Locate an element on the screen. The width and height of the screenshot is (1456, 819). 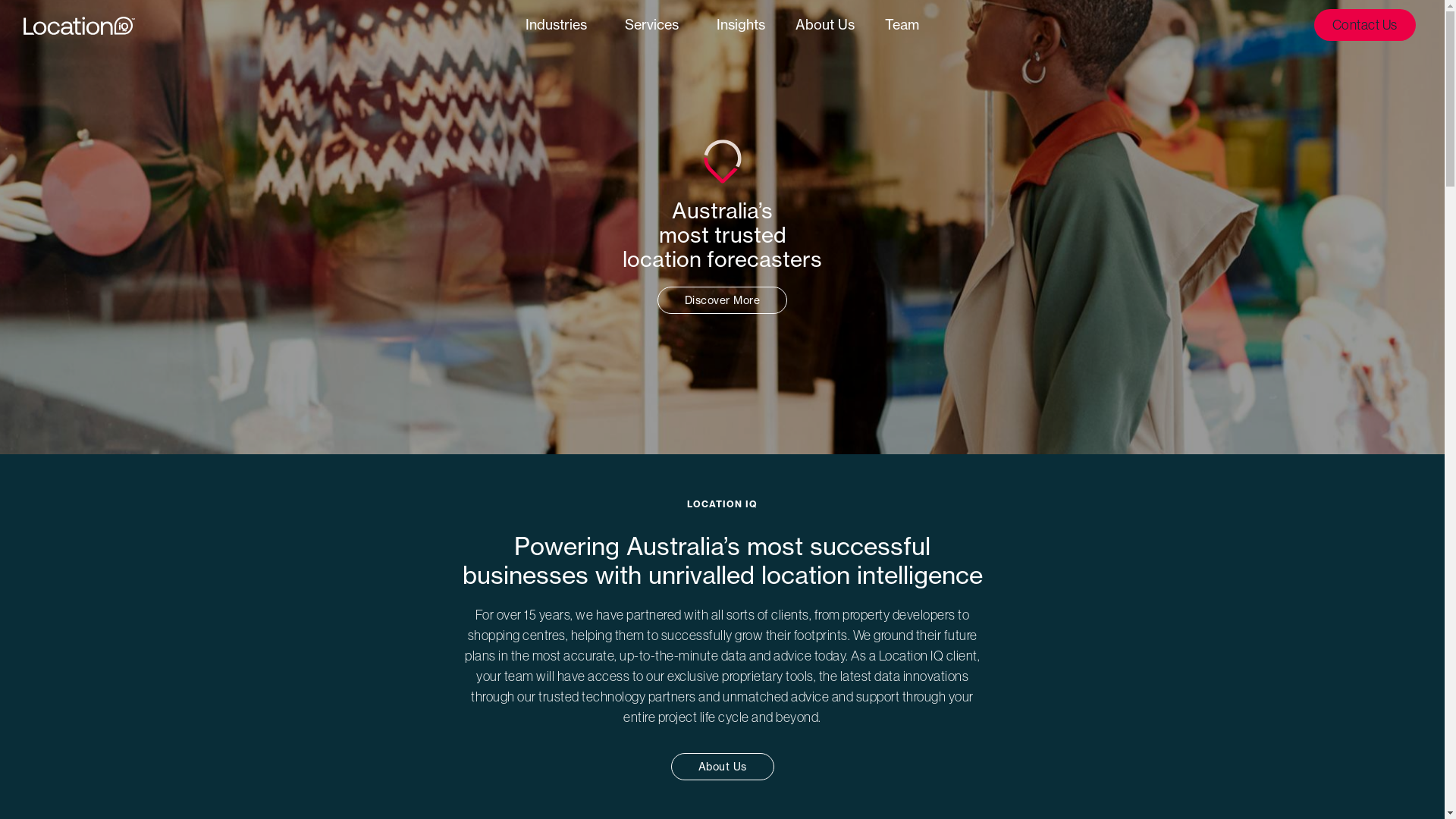
'Services' is located at coordinates (655, 25).